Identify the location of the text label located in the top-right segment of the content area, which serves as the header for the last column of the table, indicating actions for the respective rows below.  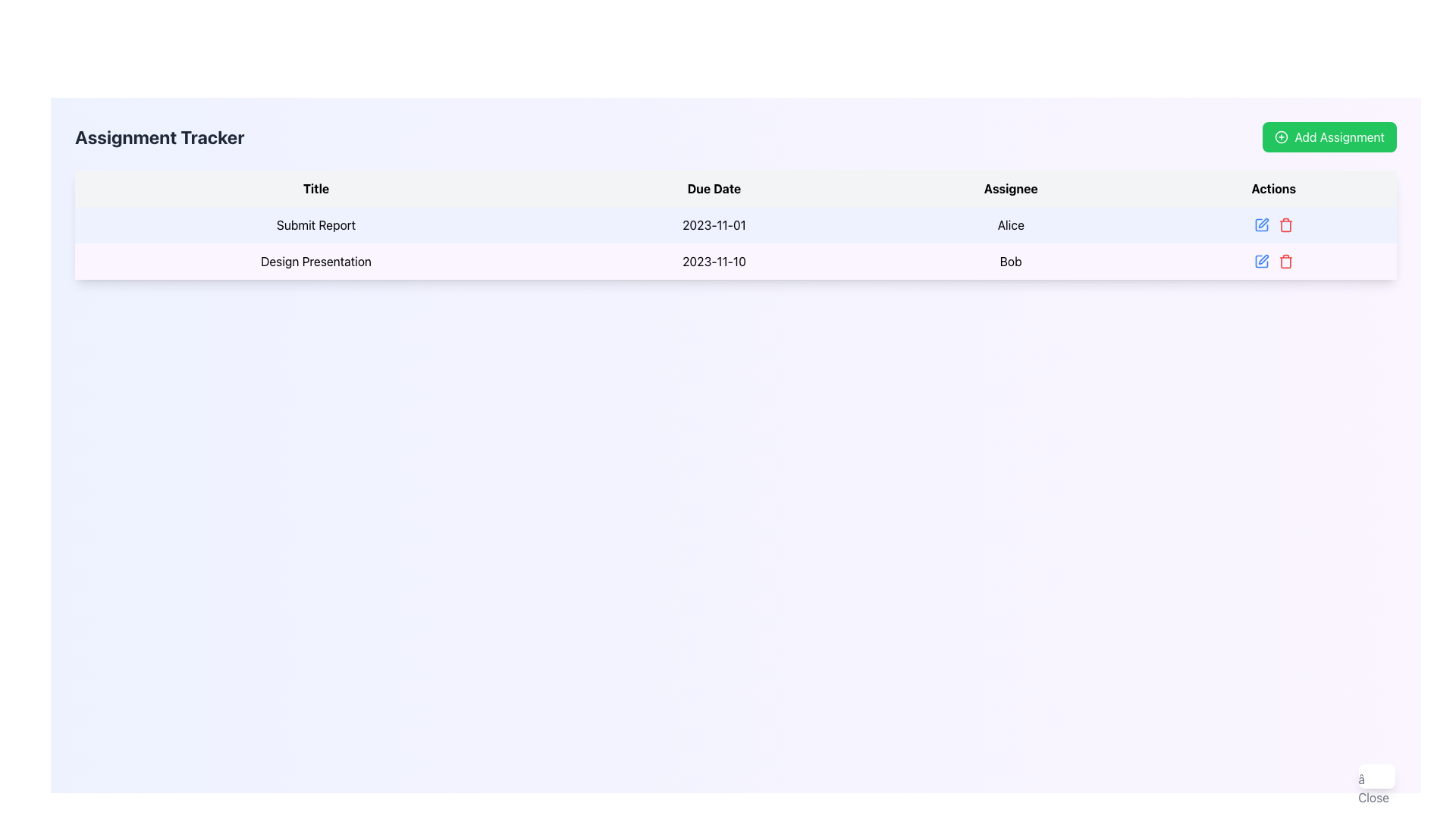
(1273, 188).